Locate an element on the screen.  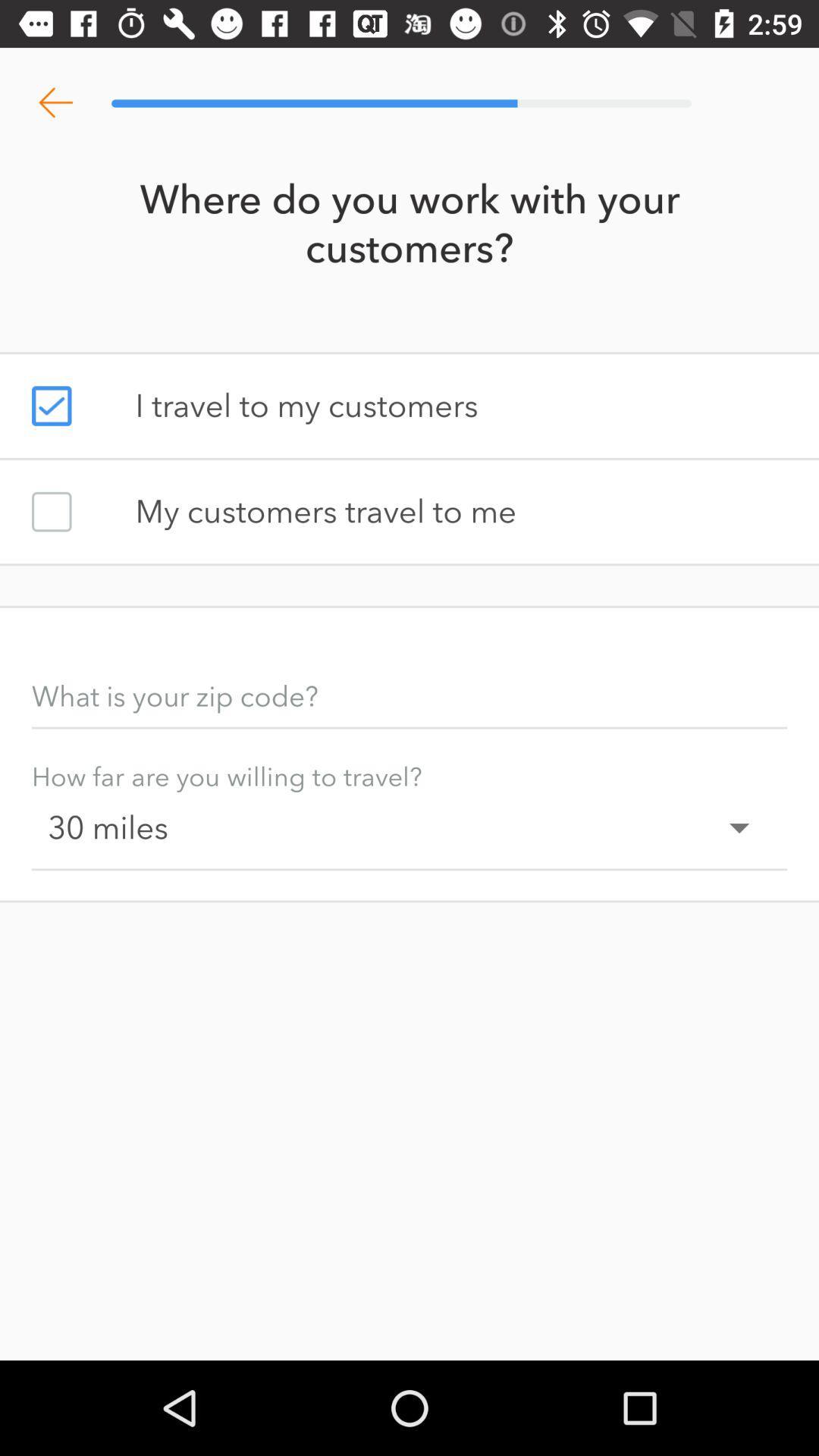
previous is located at coordinates (55, 102).